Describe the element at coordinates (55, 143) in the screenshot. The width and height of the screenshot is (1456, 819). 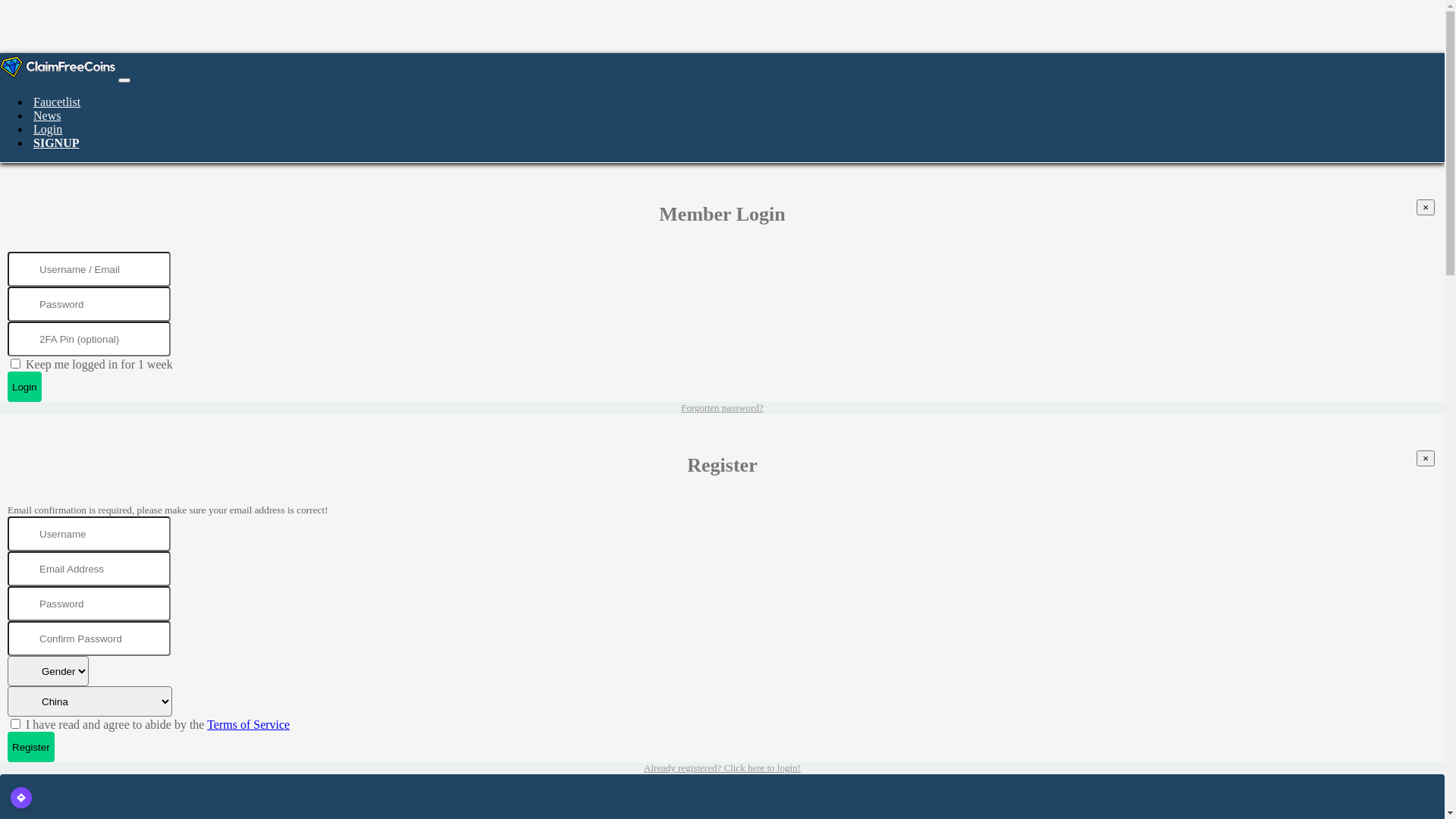
I see `'SIGNUP'` at that location.